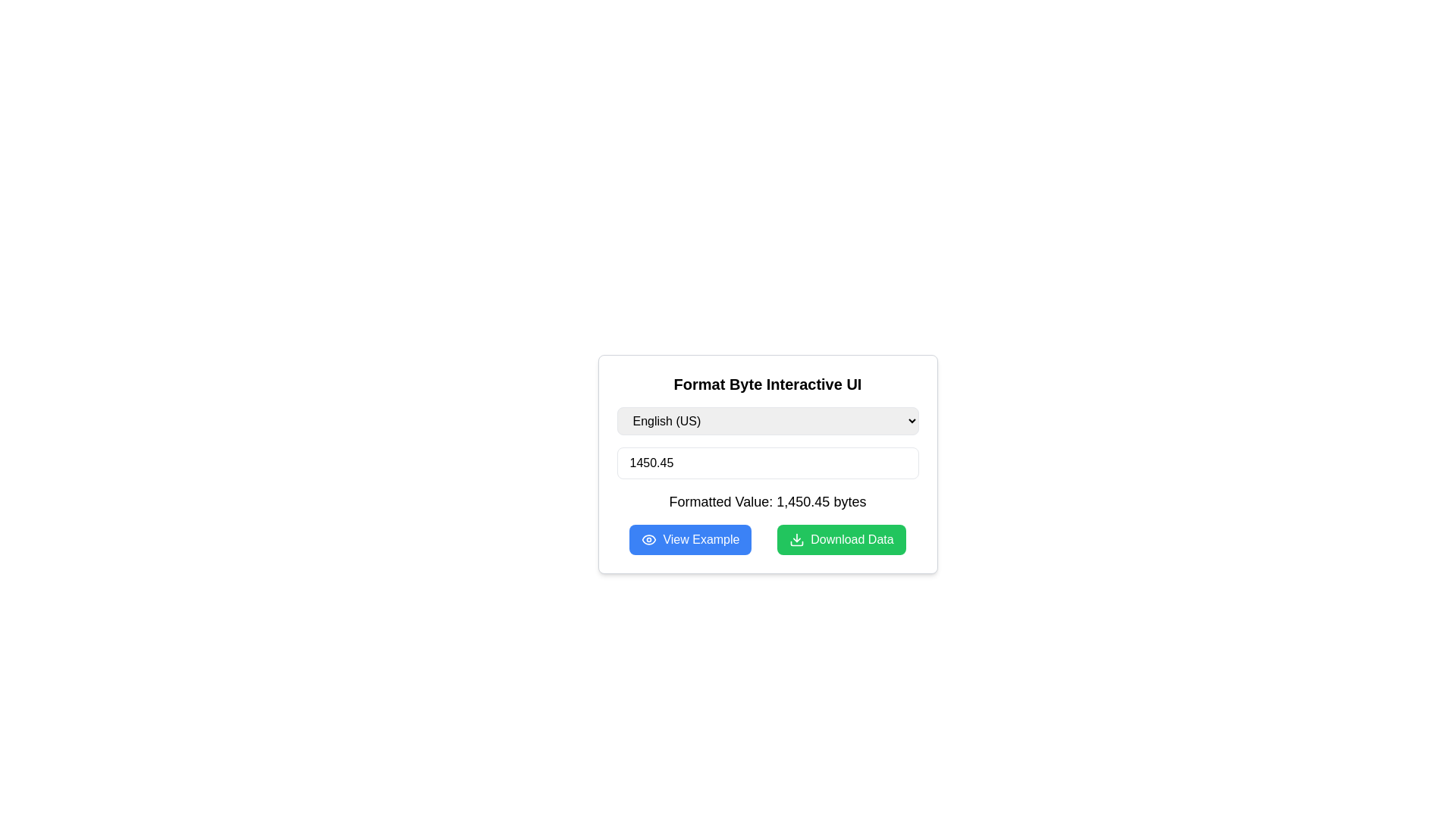  I want to click on the second button in the horizontal group located at the bottom of the central interactive section, so click(840, 539).